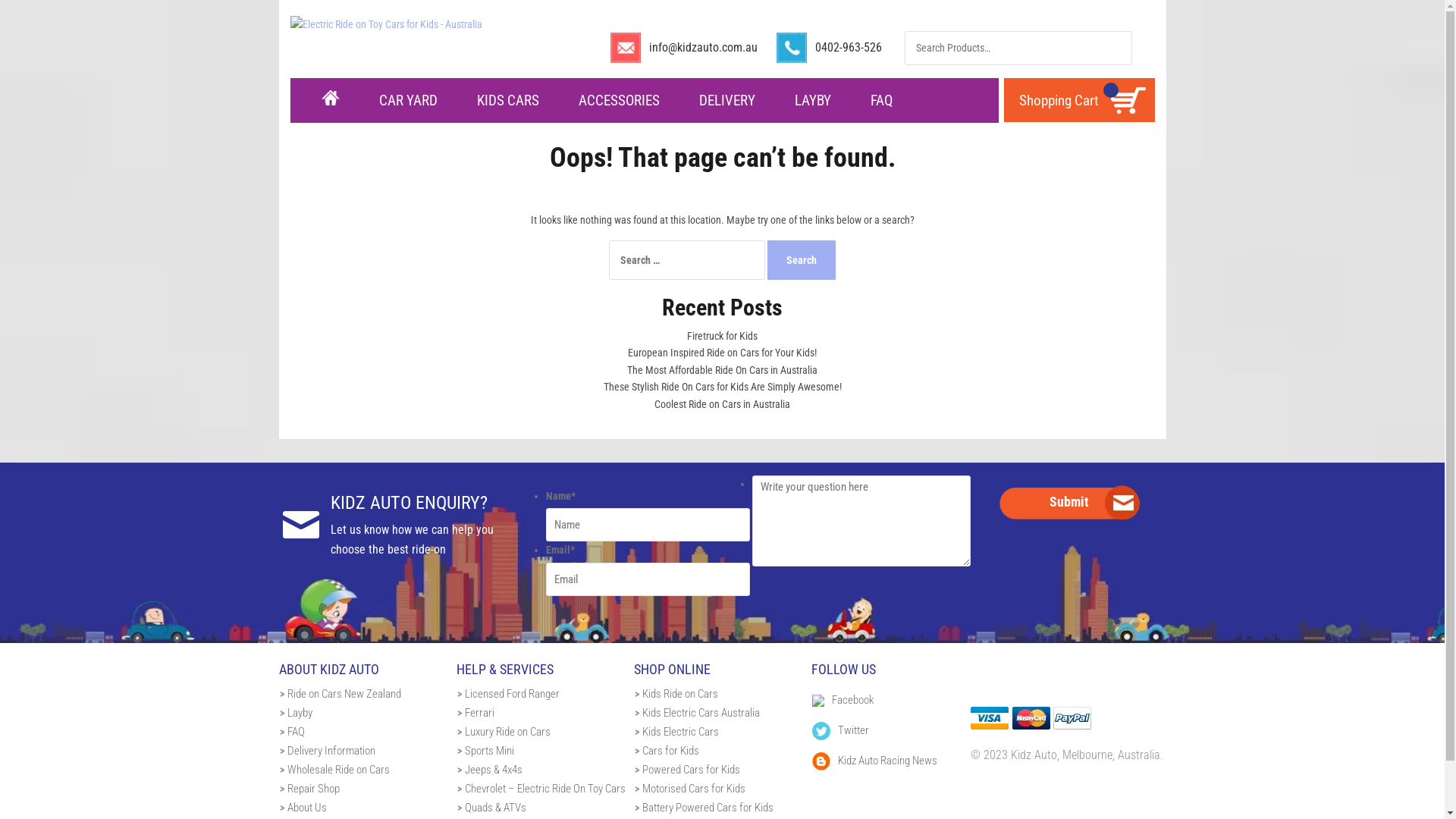 This screenshot has height=819, width=1456. What do you see at coordinates (1058, 100) in the screenshot?
I see `'Shopping Cart'` at bounding box center [1058, 100].